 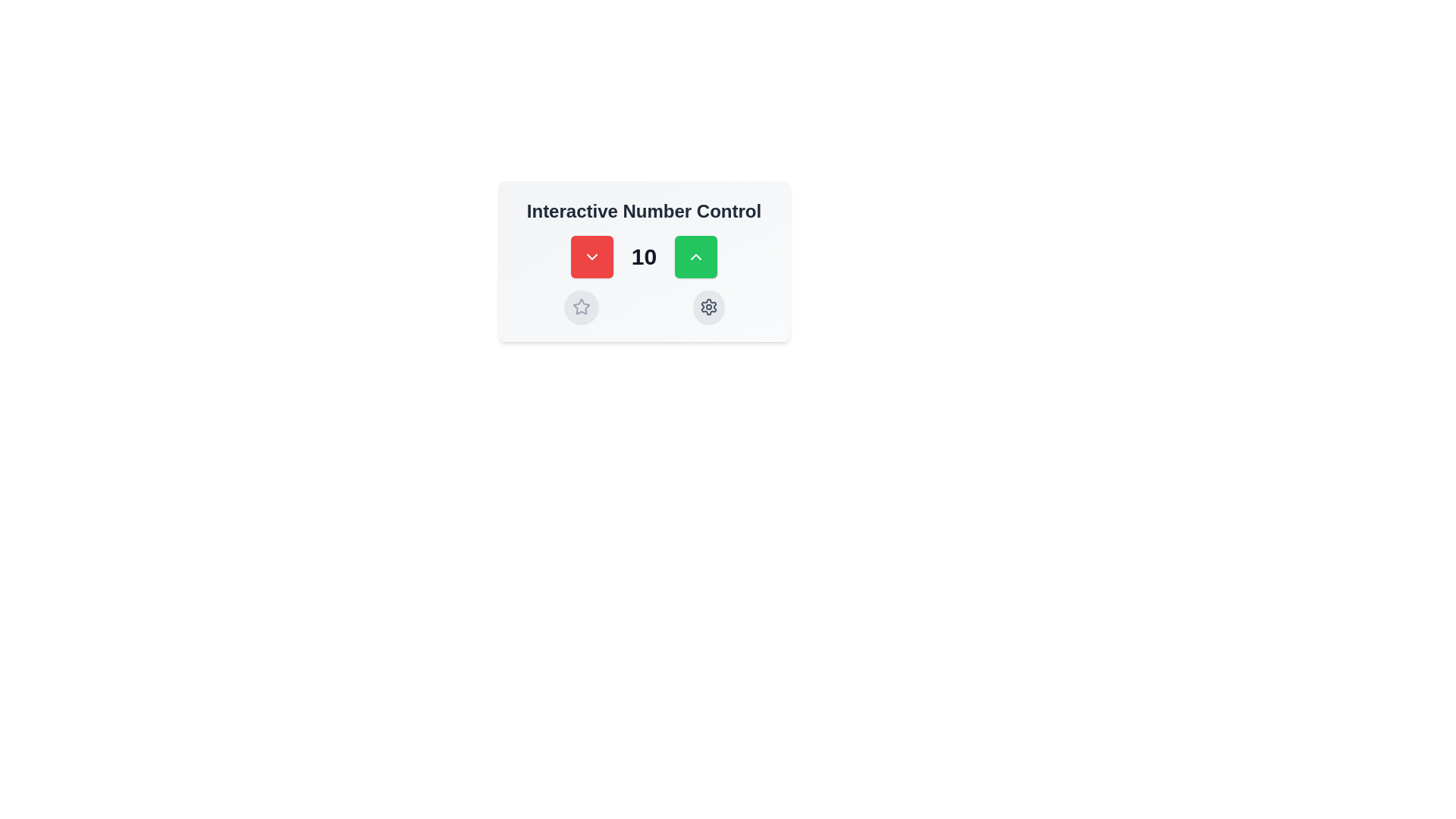 I want to click on the downward-facing chevron icon embedded within the red rectangular button on the left side of the number control interface, so click(x=591, y=256).